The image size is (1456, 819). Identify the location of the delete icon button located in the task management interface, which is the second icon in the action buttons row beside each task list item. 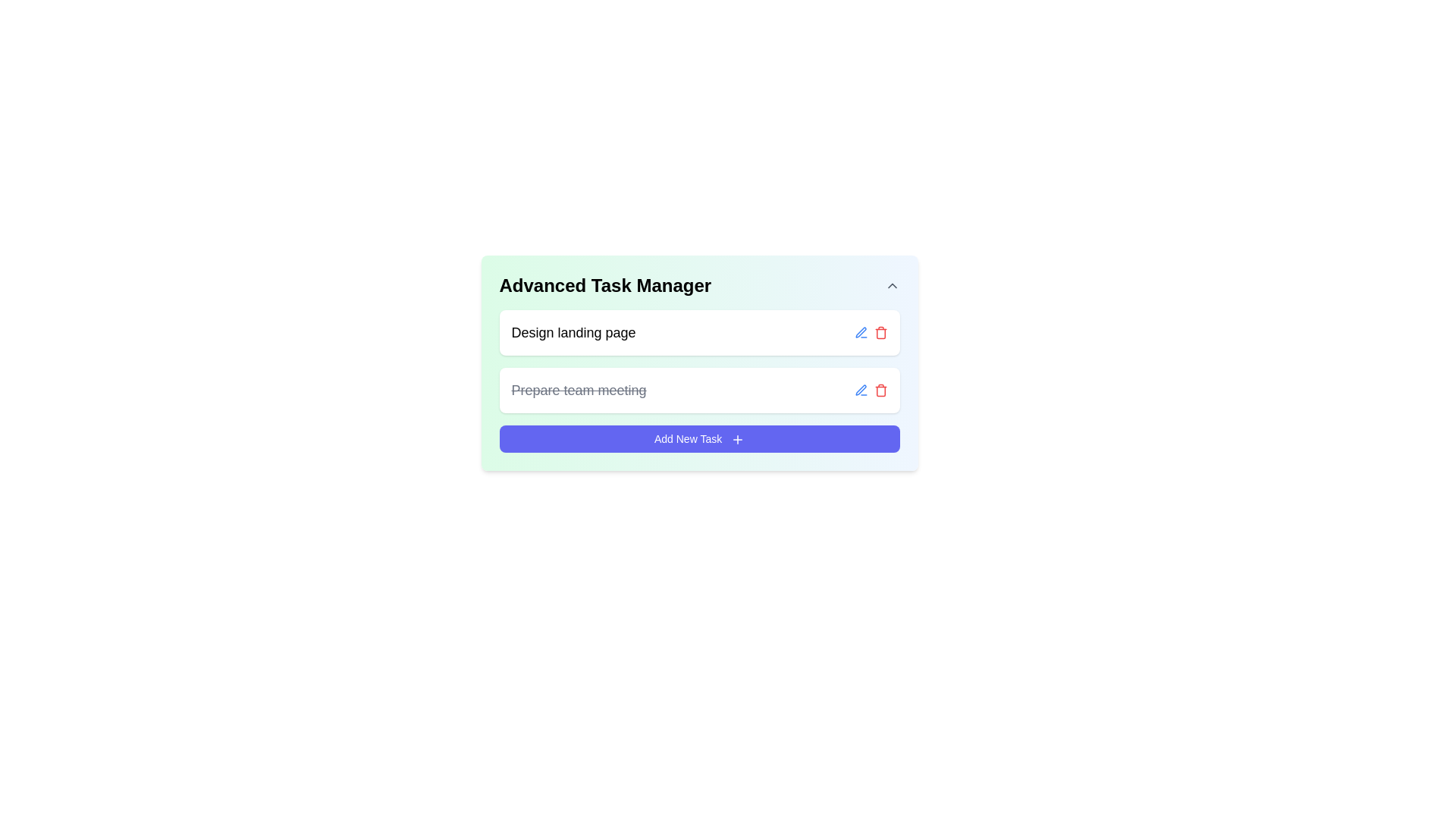
(880, 333).